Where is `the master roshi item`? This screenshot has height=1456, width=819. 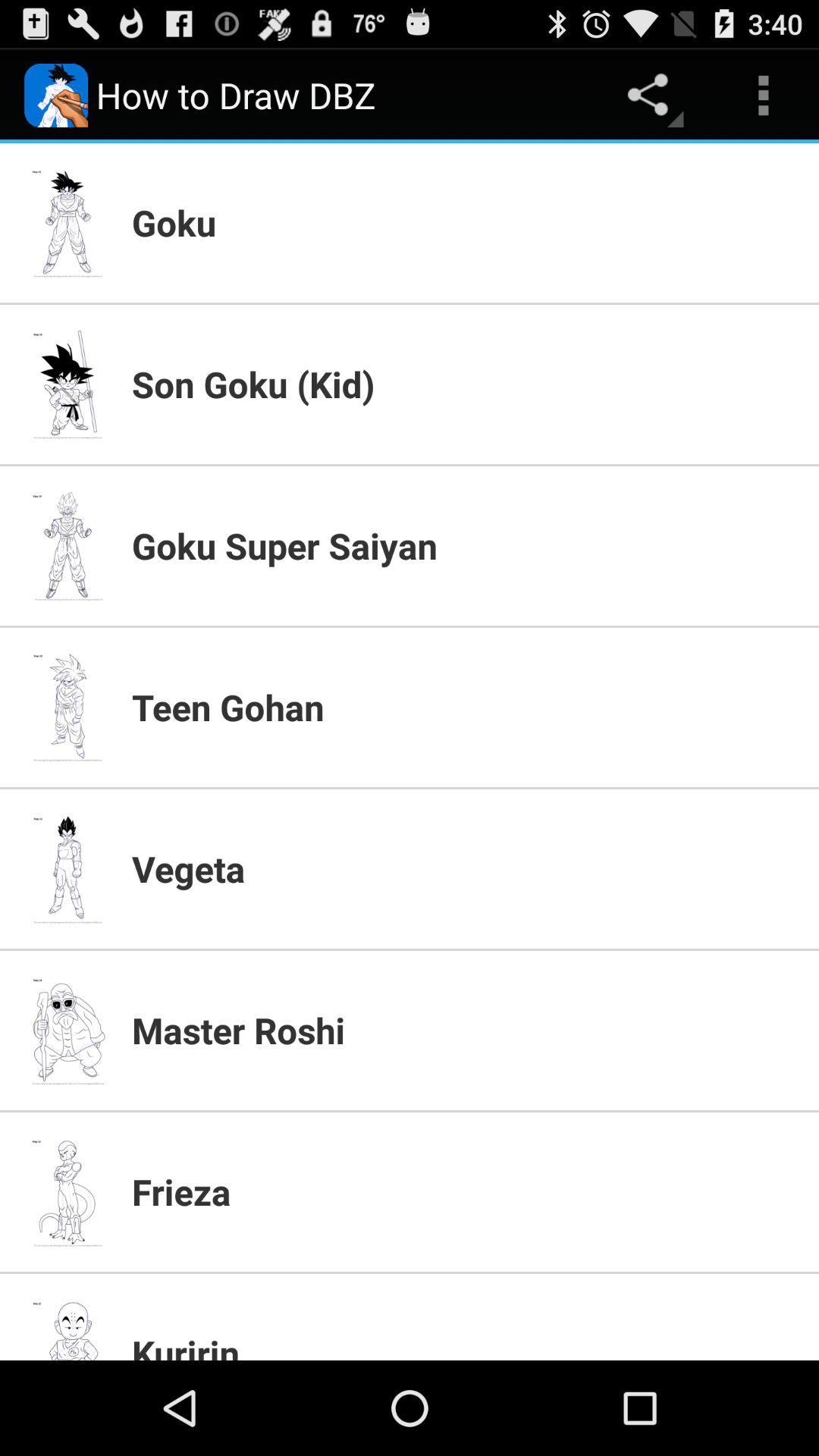
the master roshi item is located at coordinates (465, 1030).